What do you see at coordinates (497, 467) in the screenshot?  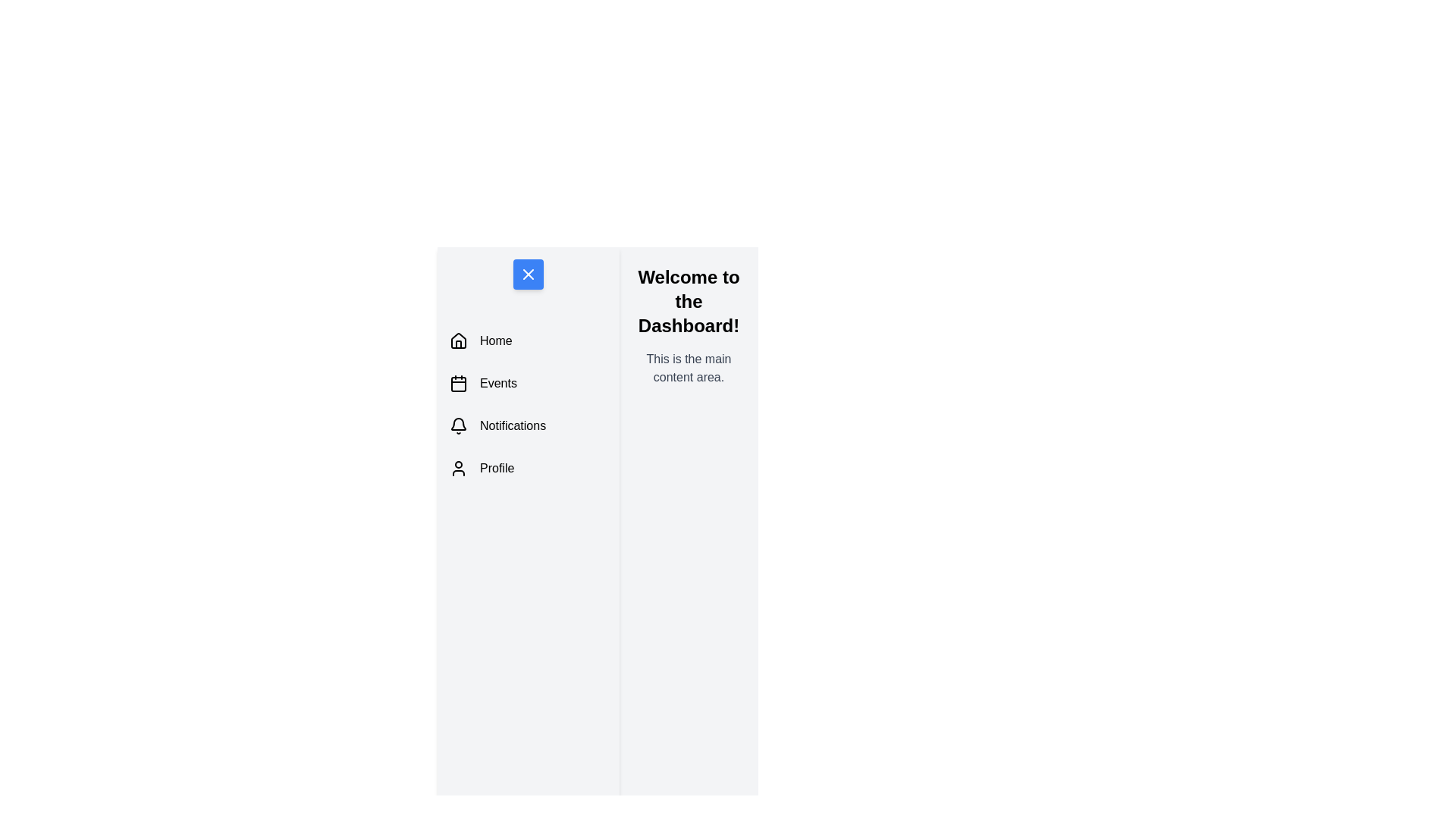 I see `the 'Profile' text label located at the bottom of the sidebar menu` at bounding box center [497, 467].